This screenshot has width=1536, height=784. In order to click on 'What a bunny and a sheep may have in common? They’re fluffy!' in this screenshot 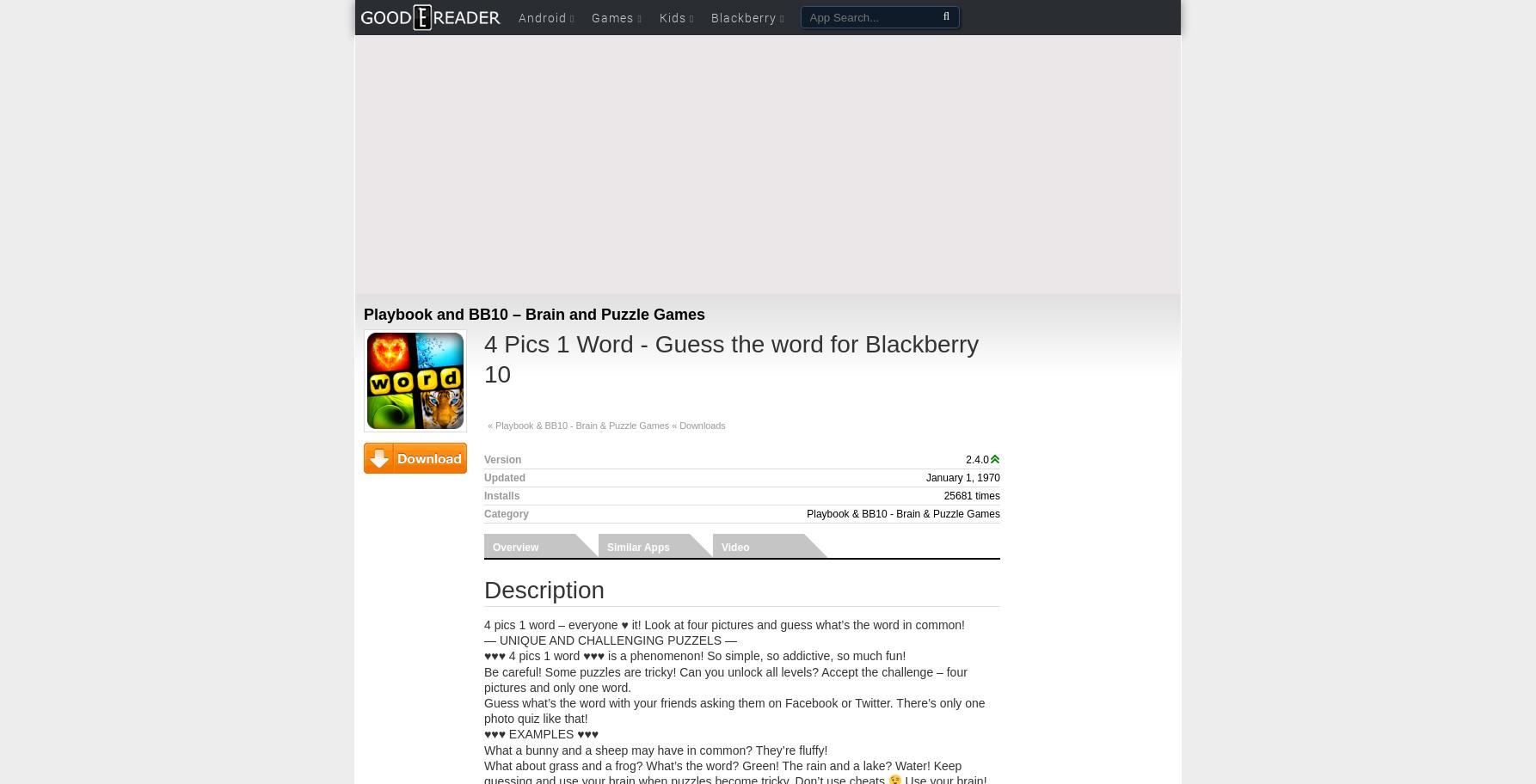, I will do `click(654, 749)`.